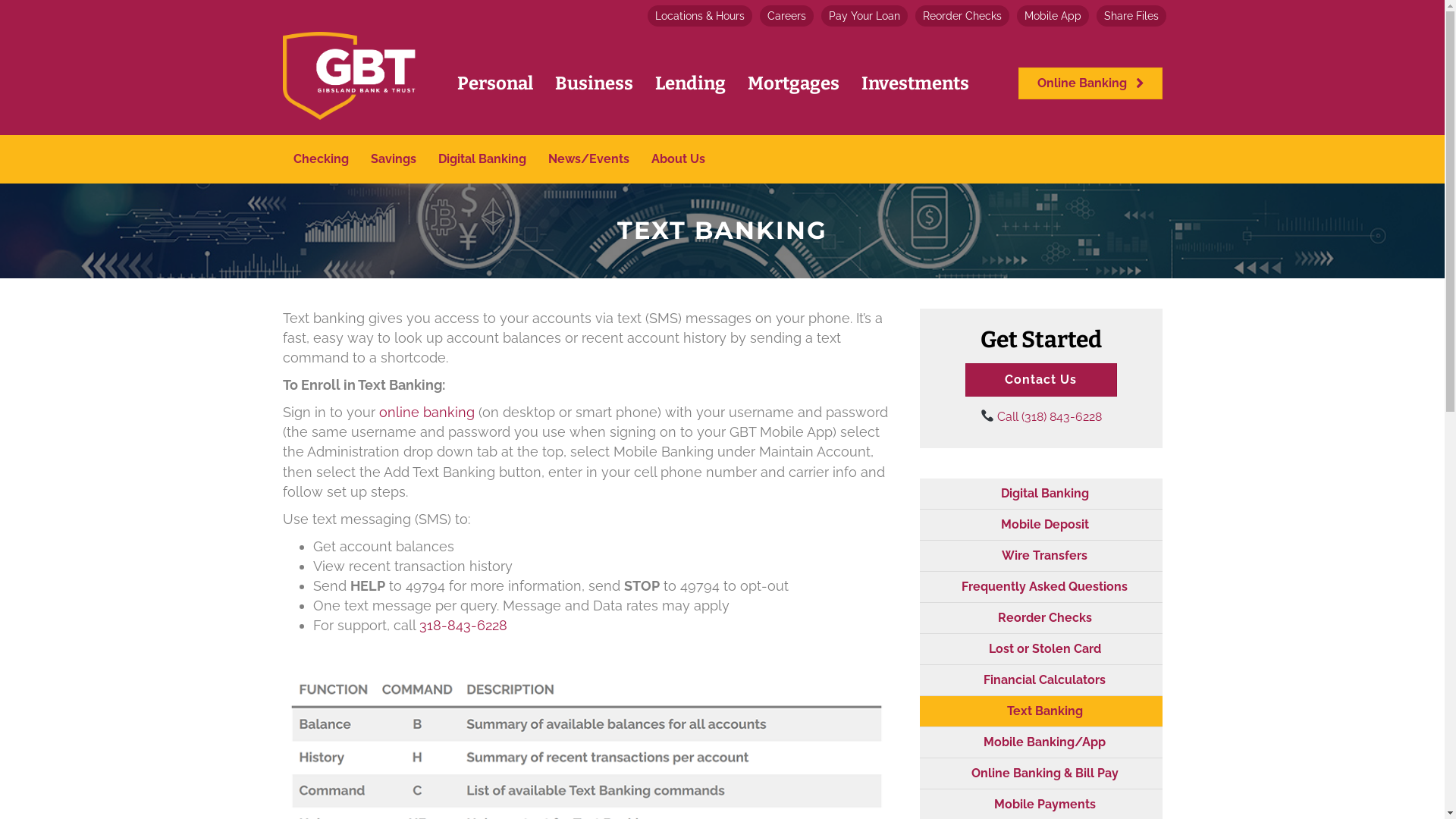  What do you see at coordinates (1040, 379) in the screenshot?
I see `'Contact Us'` at bounding box center [1040, 379].